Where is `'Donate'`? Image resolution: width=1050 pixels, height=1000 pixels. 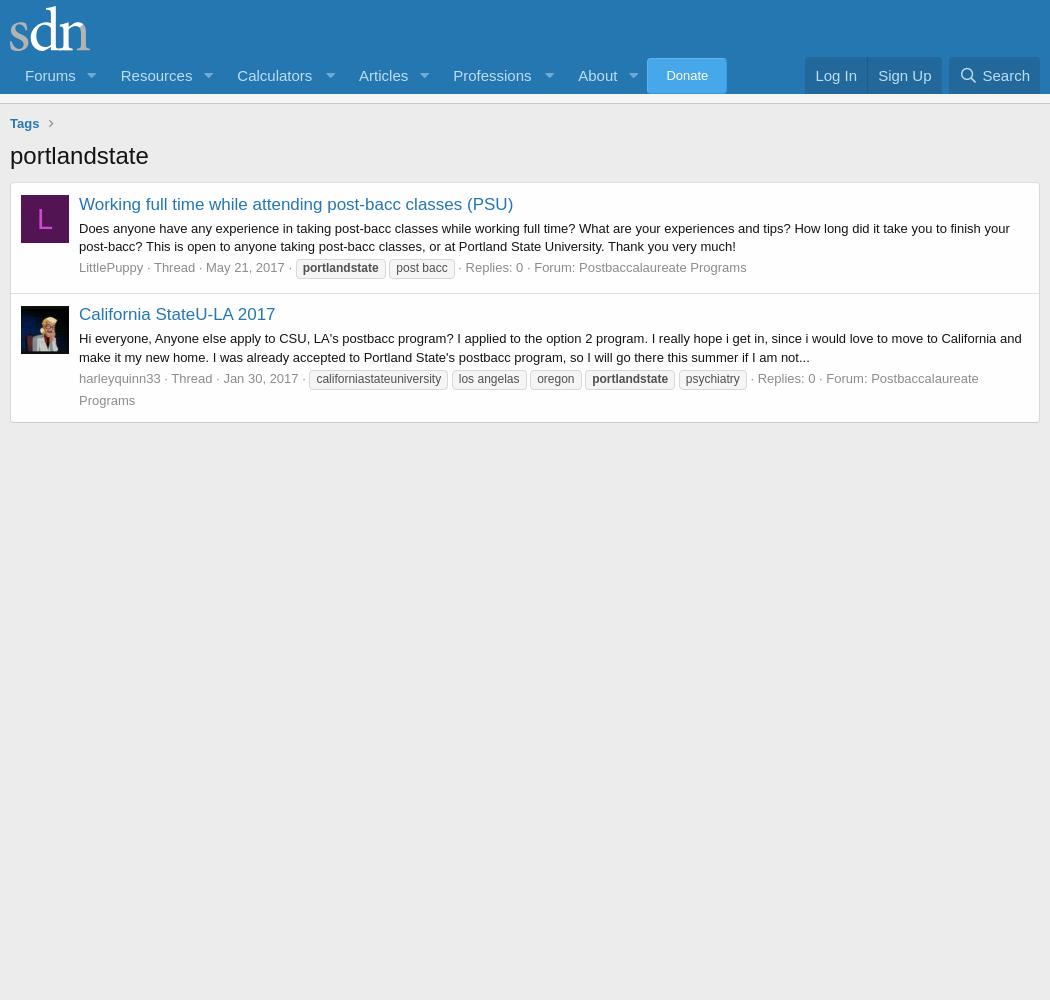
'Donate' is located at coordinates (687, 73).